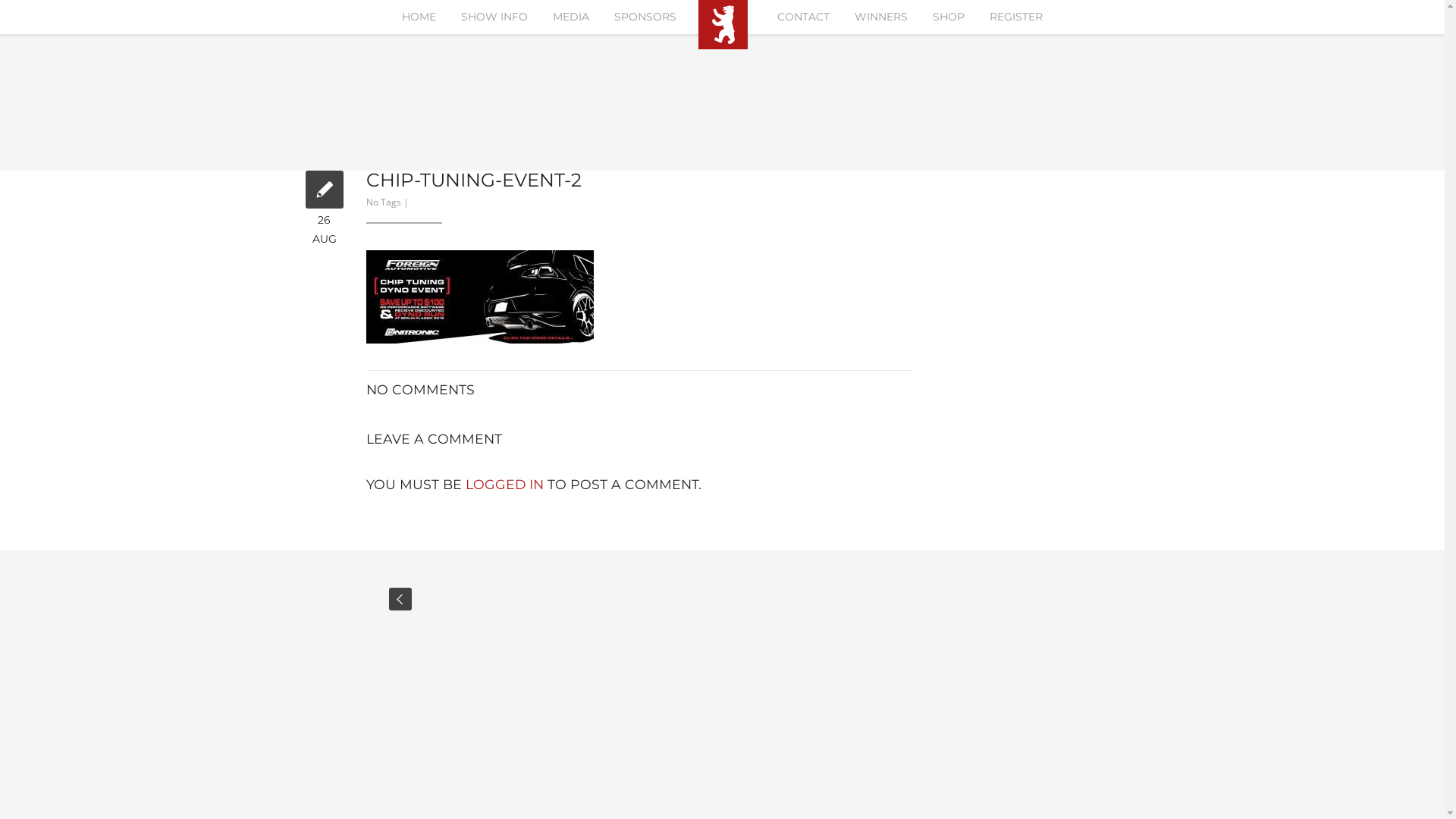 Image resolution: width=1456 pixels, height=819 pixels. I want to click on 'LOGGED IN', so click(504, 484).